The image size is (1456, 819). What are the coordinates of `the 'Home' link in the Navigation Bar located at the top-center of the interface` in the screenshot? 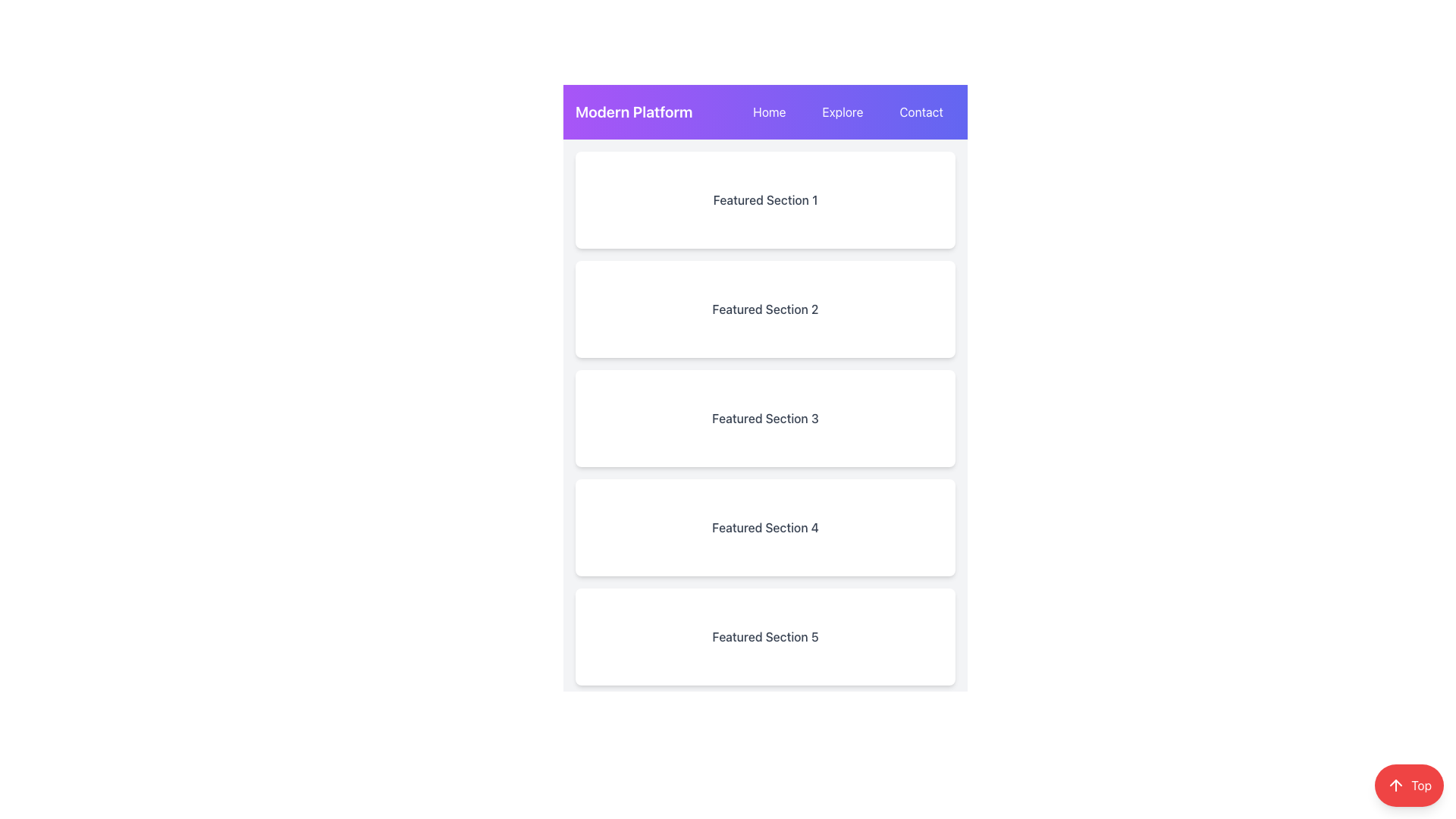 It's located at (765, 111).